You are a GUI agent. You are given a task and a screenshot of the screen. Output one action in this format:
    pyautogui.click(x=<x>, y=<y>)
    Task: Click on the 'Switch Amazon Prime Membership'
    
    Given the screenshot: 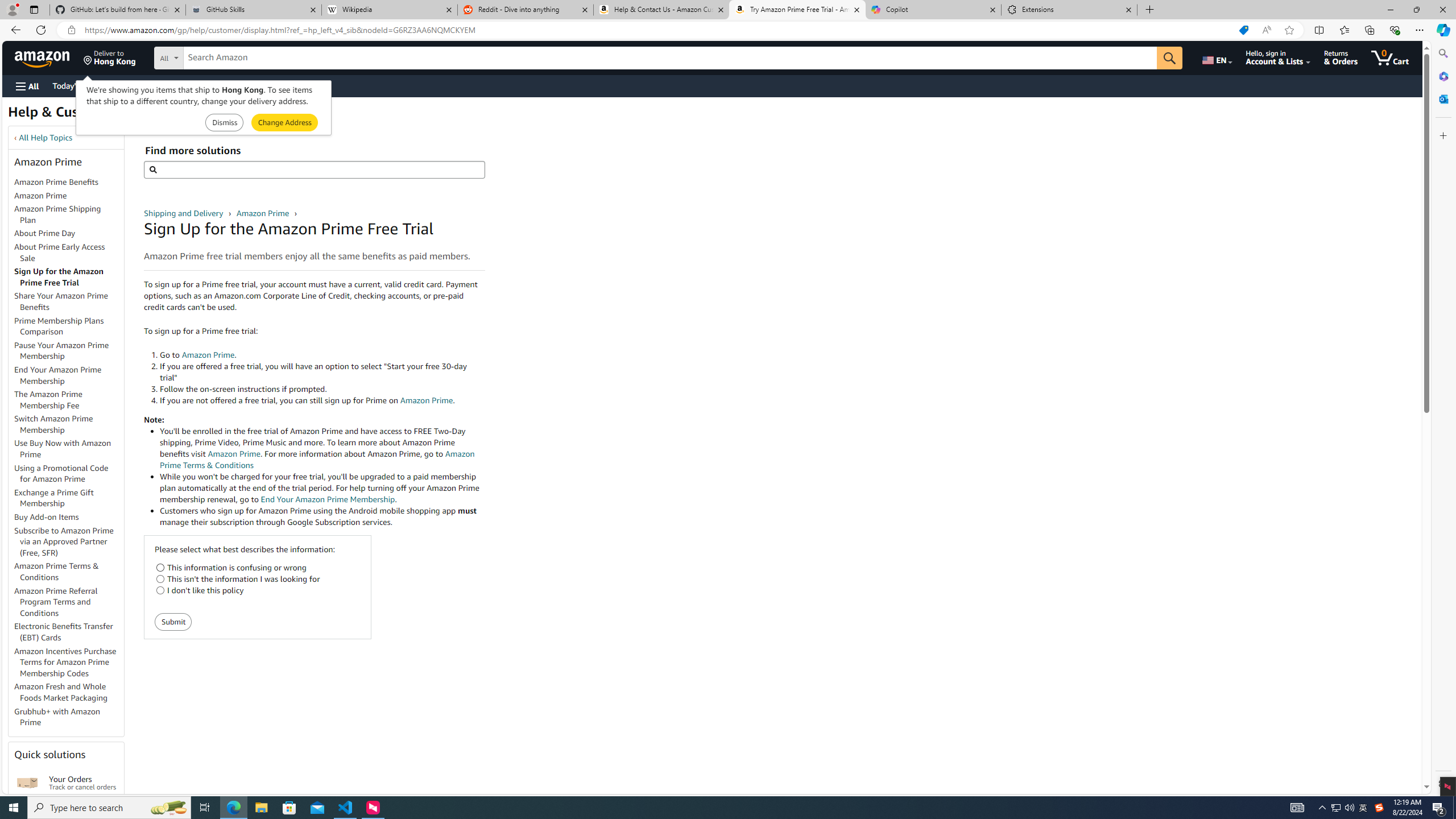 What is the action you would take?
    pyautogui.click(x=53, y=423)
    